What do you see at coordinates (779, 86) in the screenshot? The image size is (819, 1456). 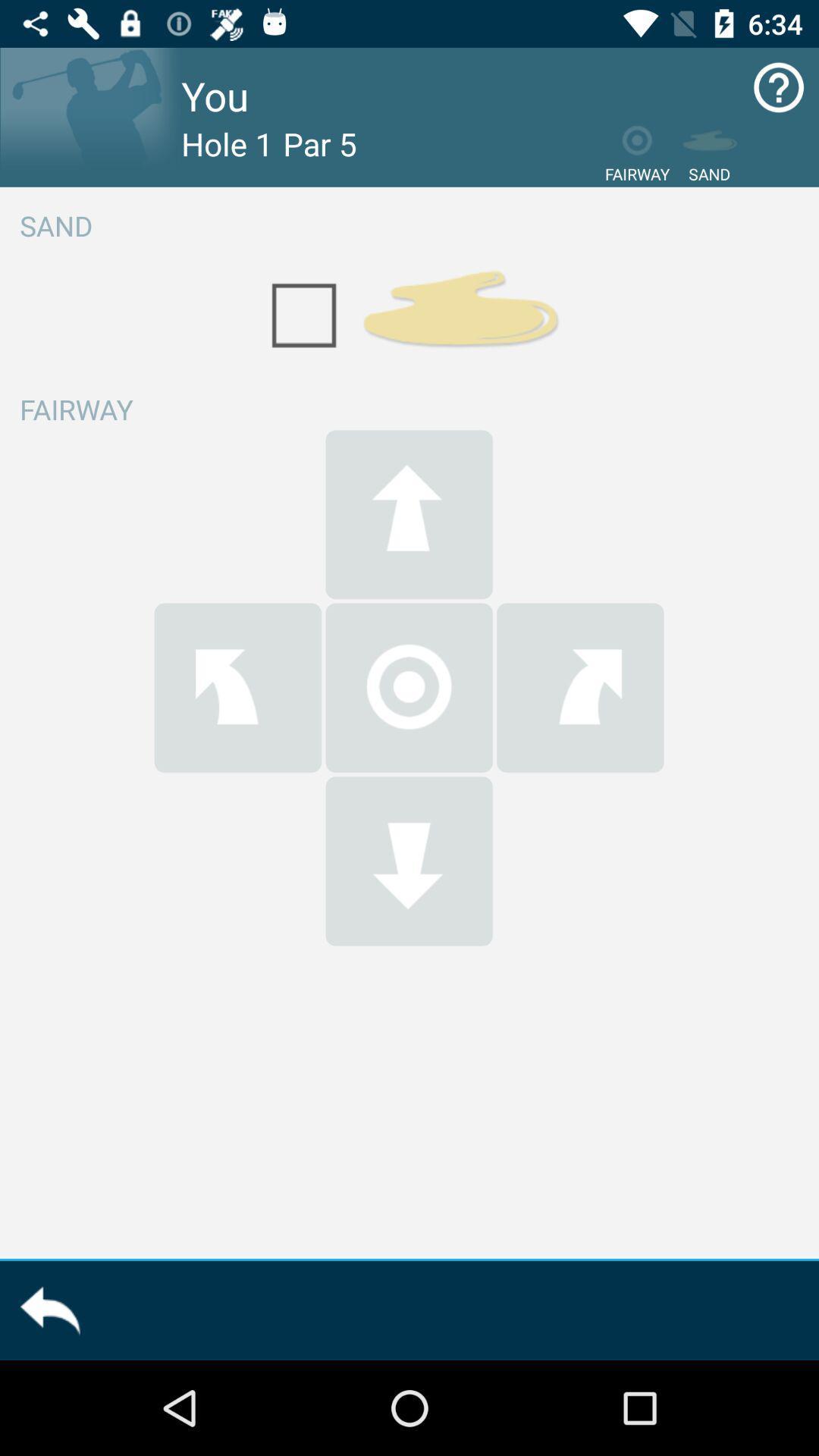 I see `the icon at top right corner of the page` at bounding box center [779, 86].